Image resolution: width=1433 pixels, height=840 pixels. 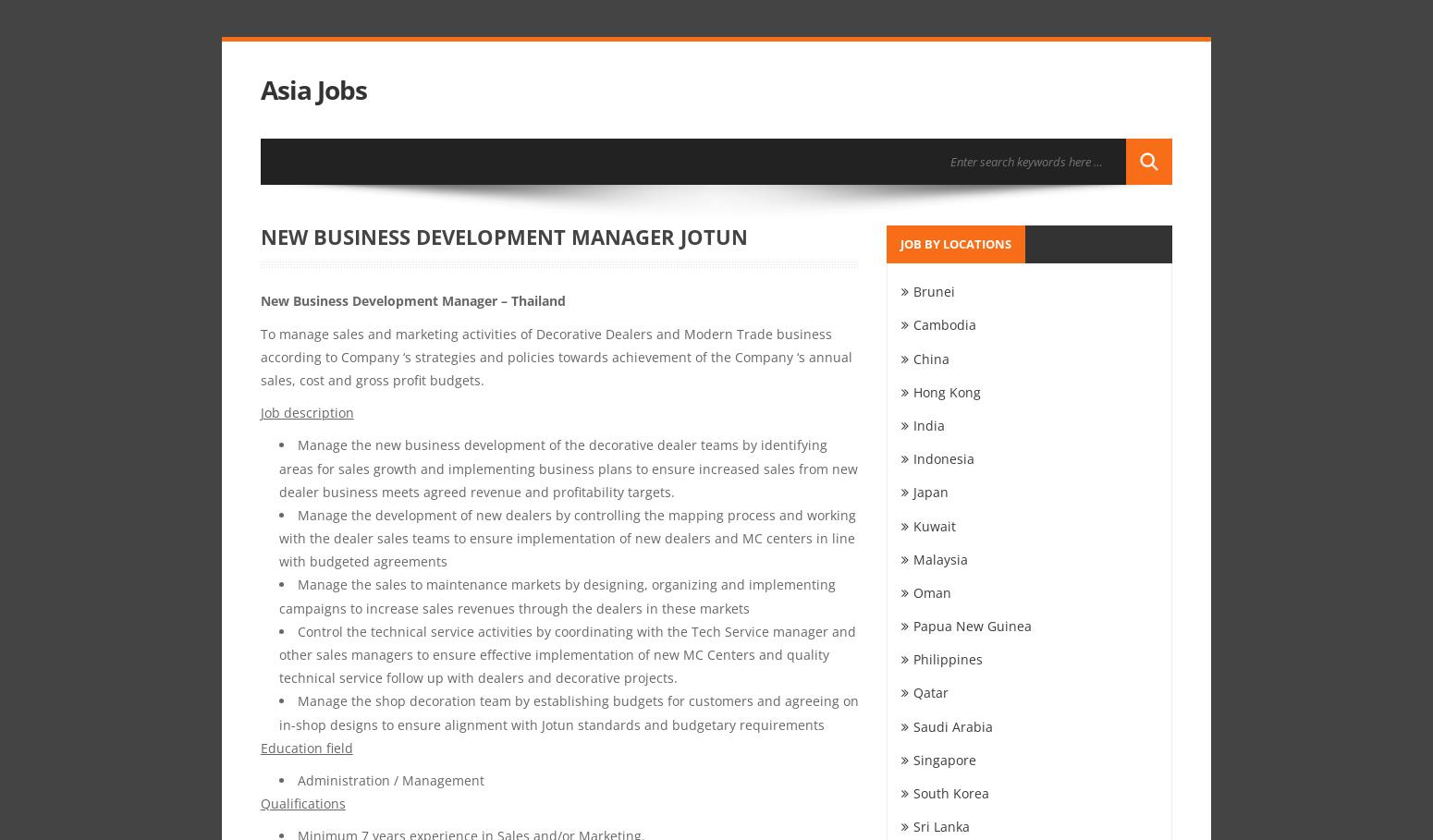 I want to click on 'Job description', so click(x=260, y=411).